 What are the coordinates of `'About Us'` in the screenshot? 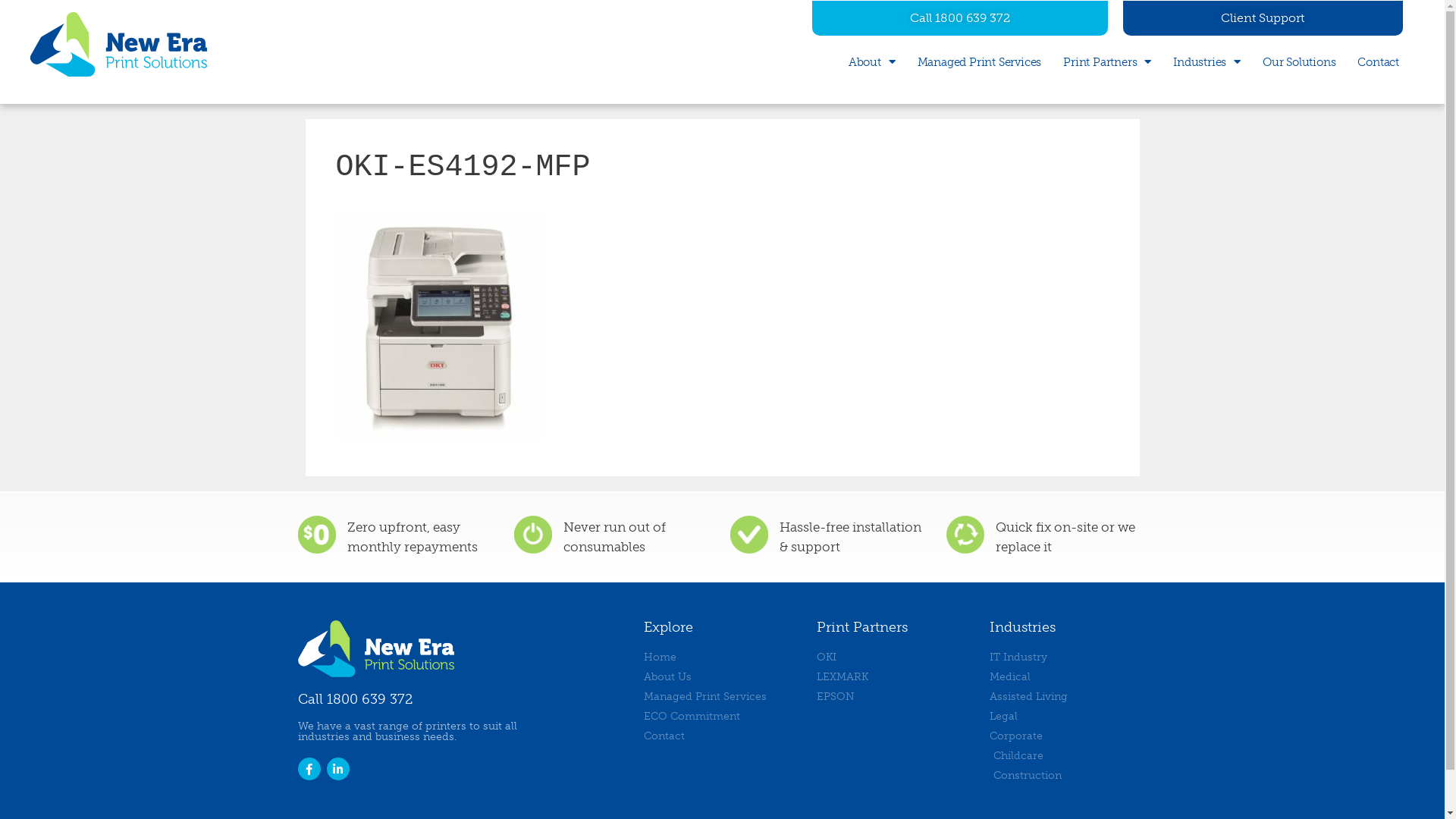 It's located at (720, 676).